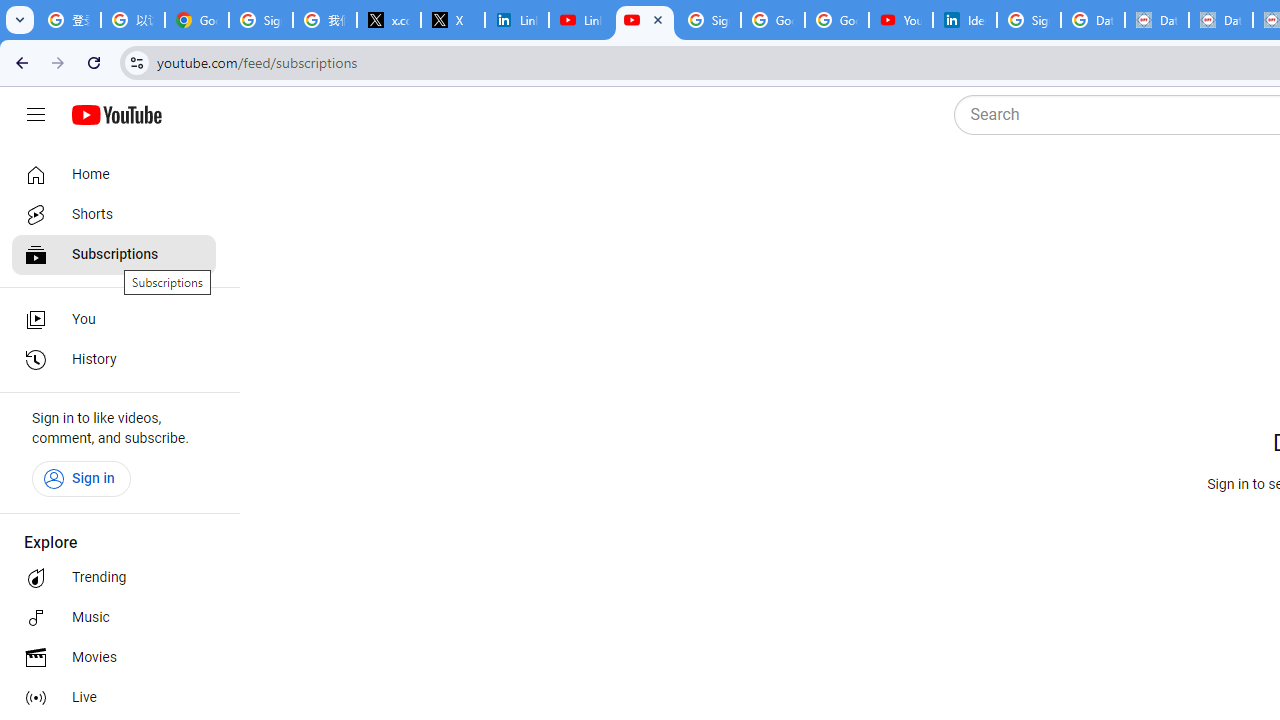 The height and width of the screenshot is (720, 1280). What do you see at coordinates (580, 20) in the screenshot?
I see `'LinkedIn - YouTube'` at bounding box center [580, 20].